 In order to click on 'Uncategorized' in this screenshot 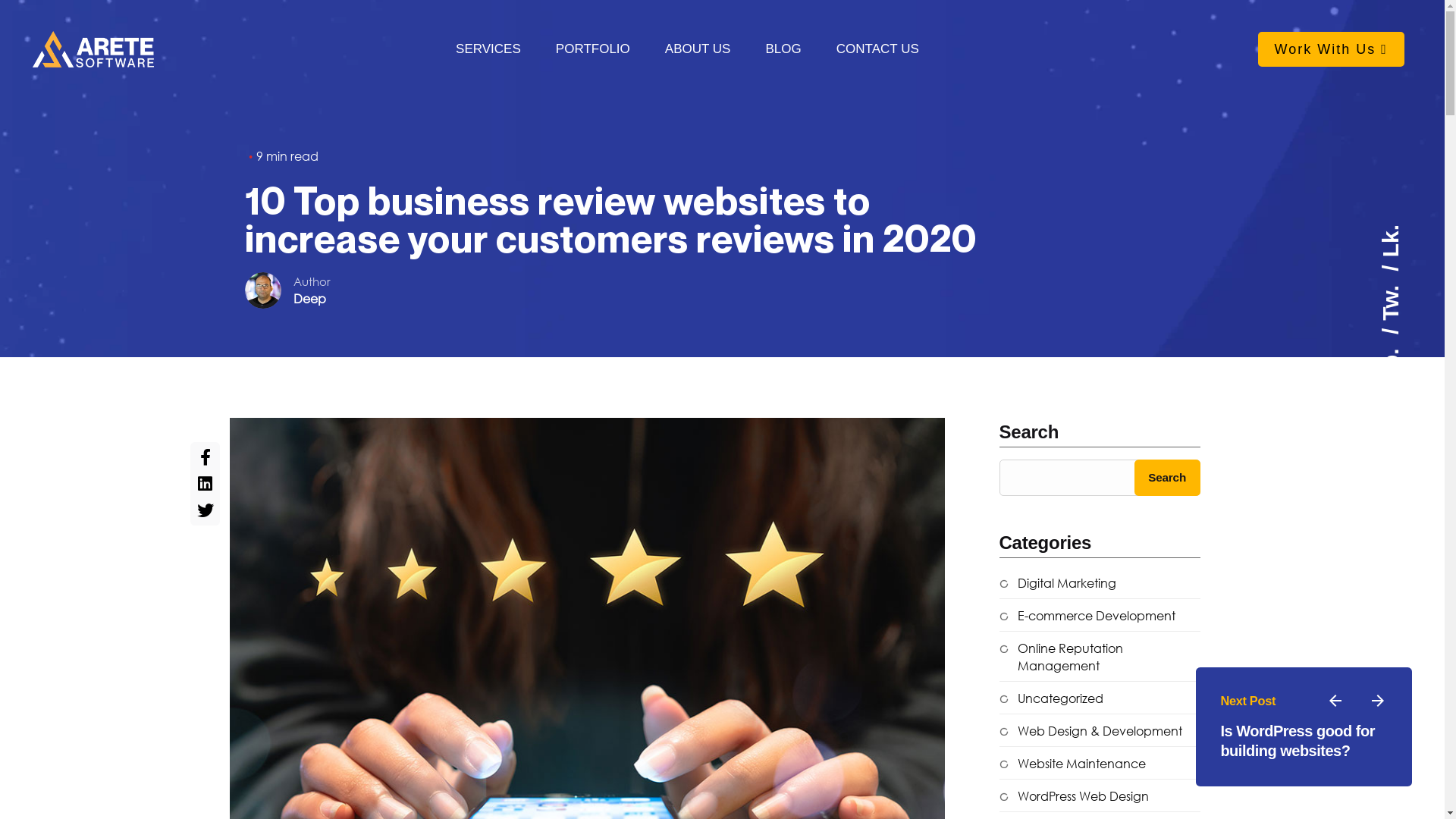, I will do `click(1050, 698)`.